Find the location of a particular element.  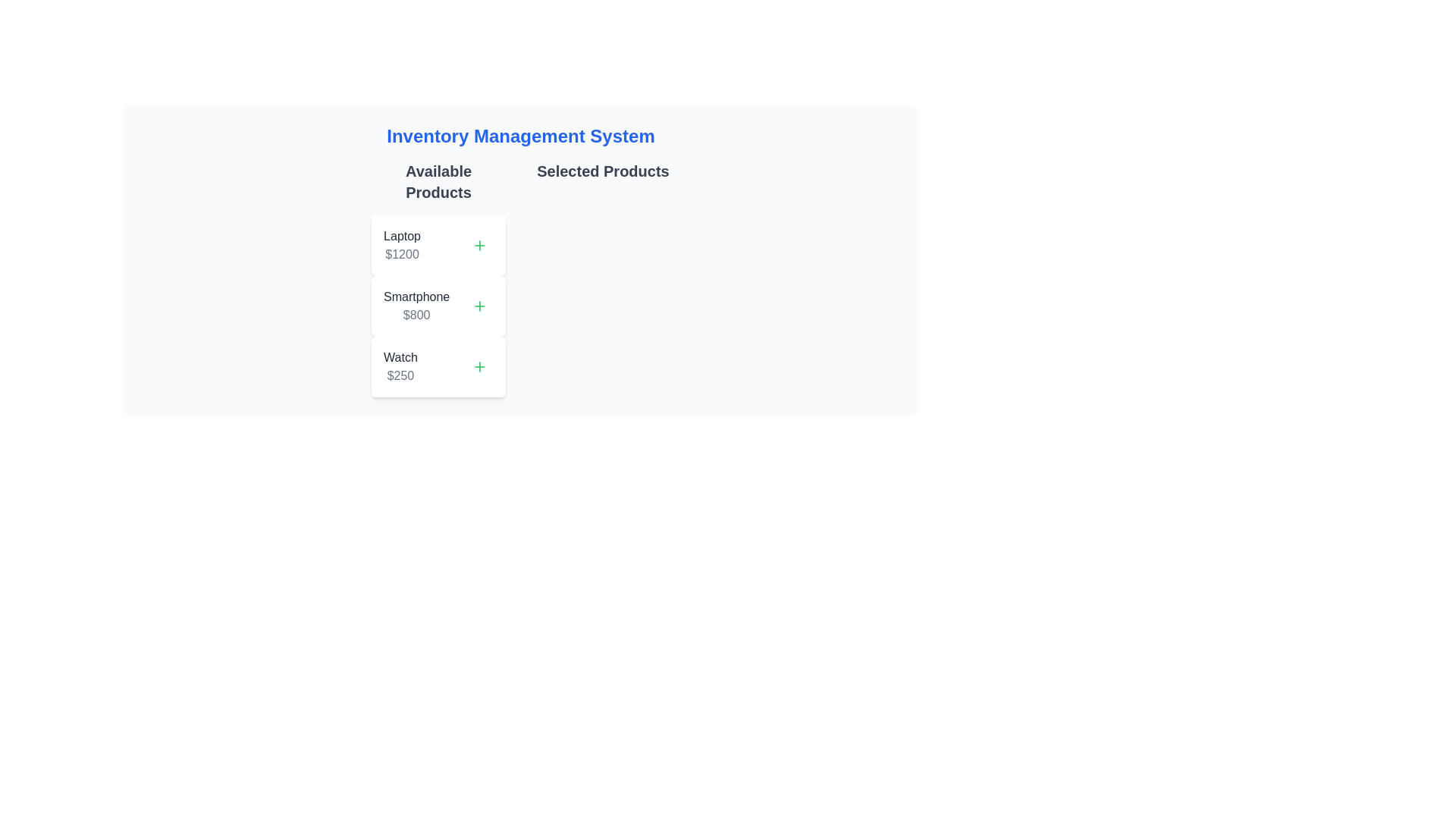

the small green '+' button for addition operations located adjacent to the '$1200' text in the first product card for 'Laptop' is located at coordinates (479, 245).